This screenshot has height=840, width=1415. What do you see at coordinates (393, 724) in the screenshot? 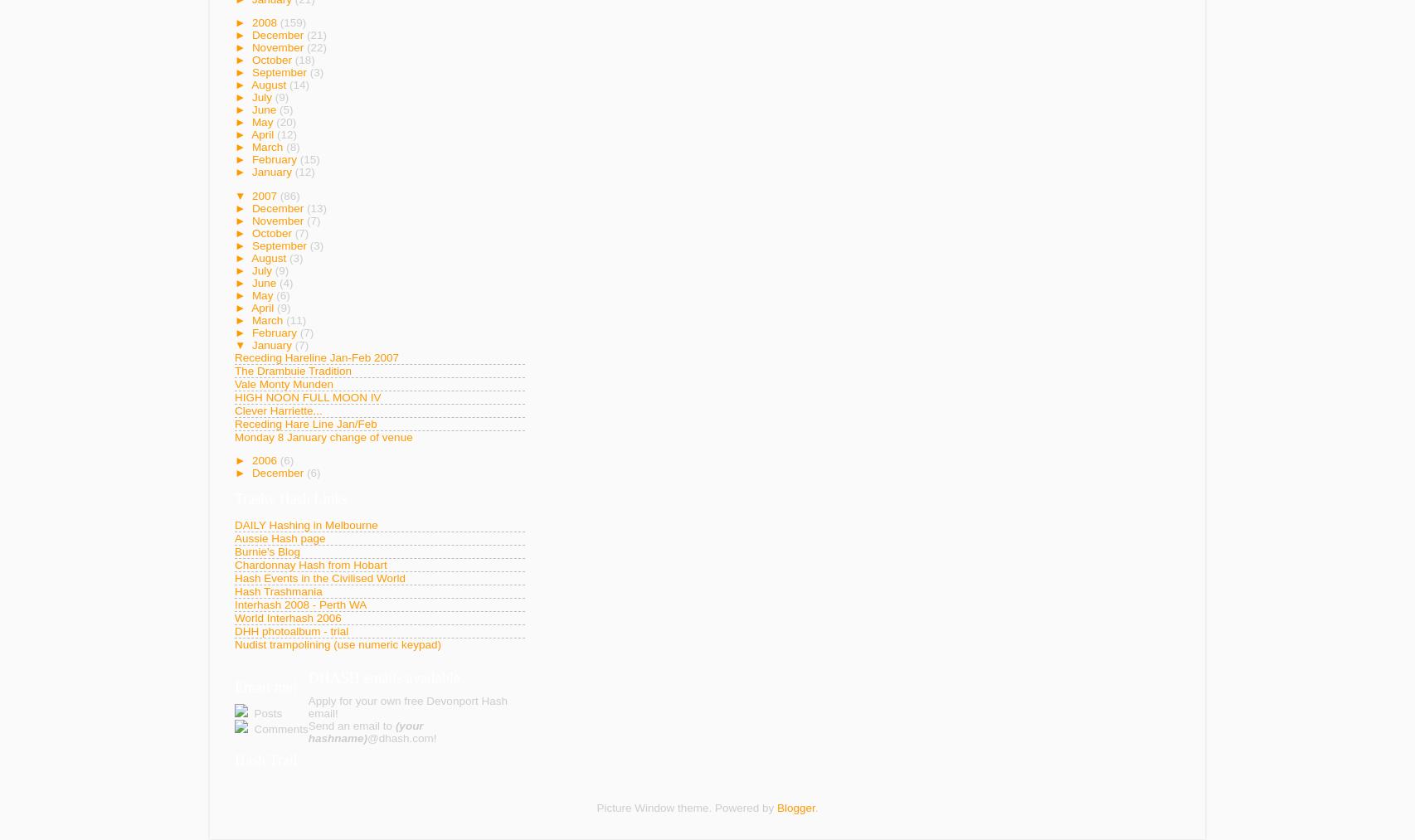
I see `'(your'` at bounding box center [393, 724].